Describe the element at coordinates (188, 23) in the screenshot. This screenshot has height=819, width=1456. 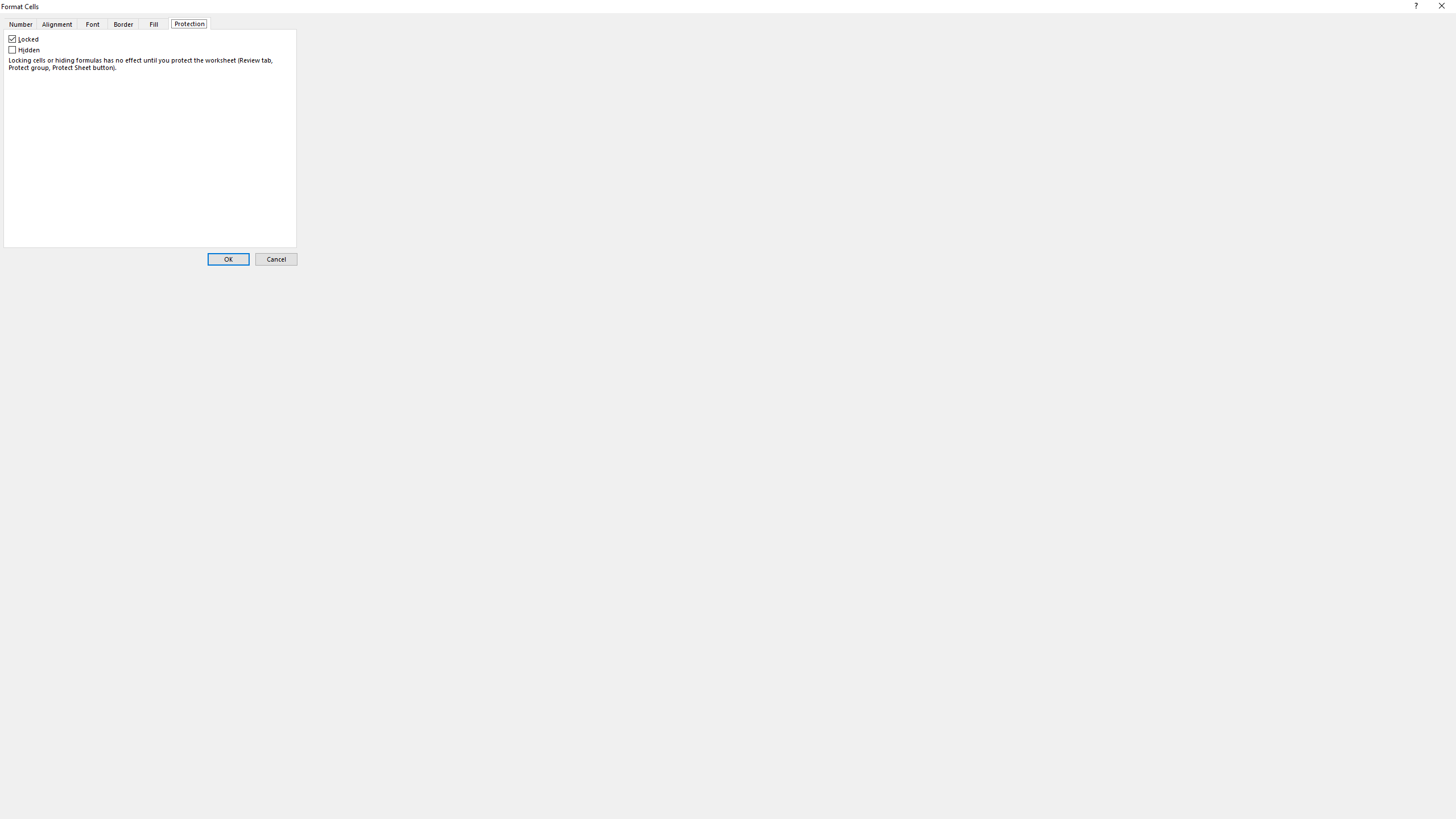
I see `'Protection'` at that location.